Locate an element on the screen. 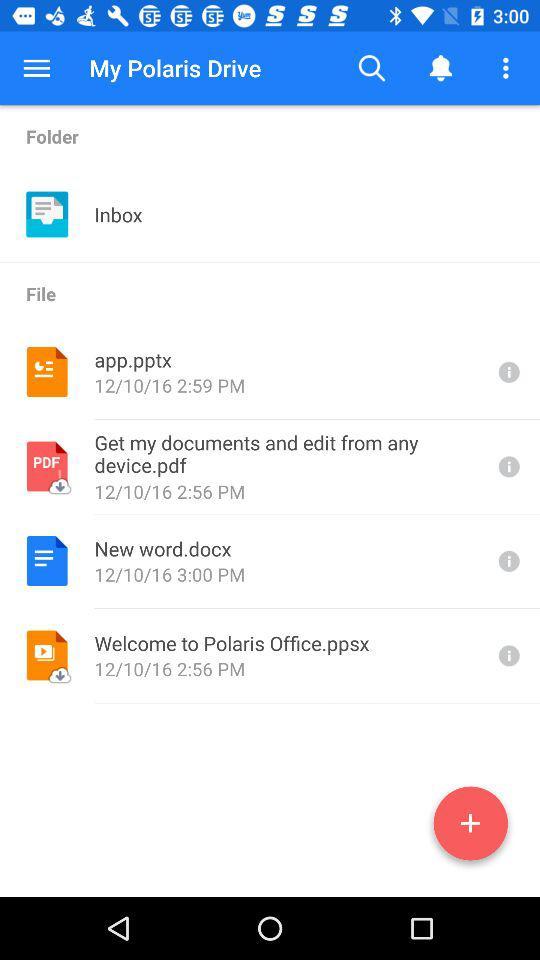 The height and width of the screenshot is (960, 540). the button next to the my polaris drive button is located at coordinates (36, 68).